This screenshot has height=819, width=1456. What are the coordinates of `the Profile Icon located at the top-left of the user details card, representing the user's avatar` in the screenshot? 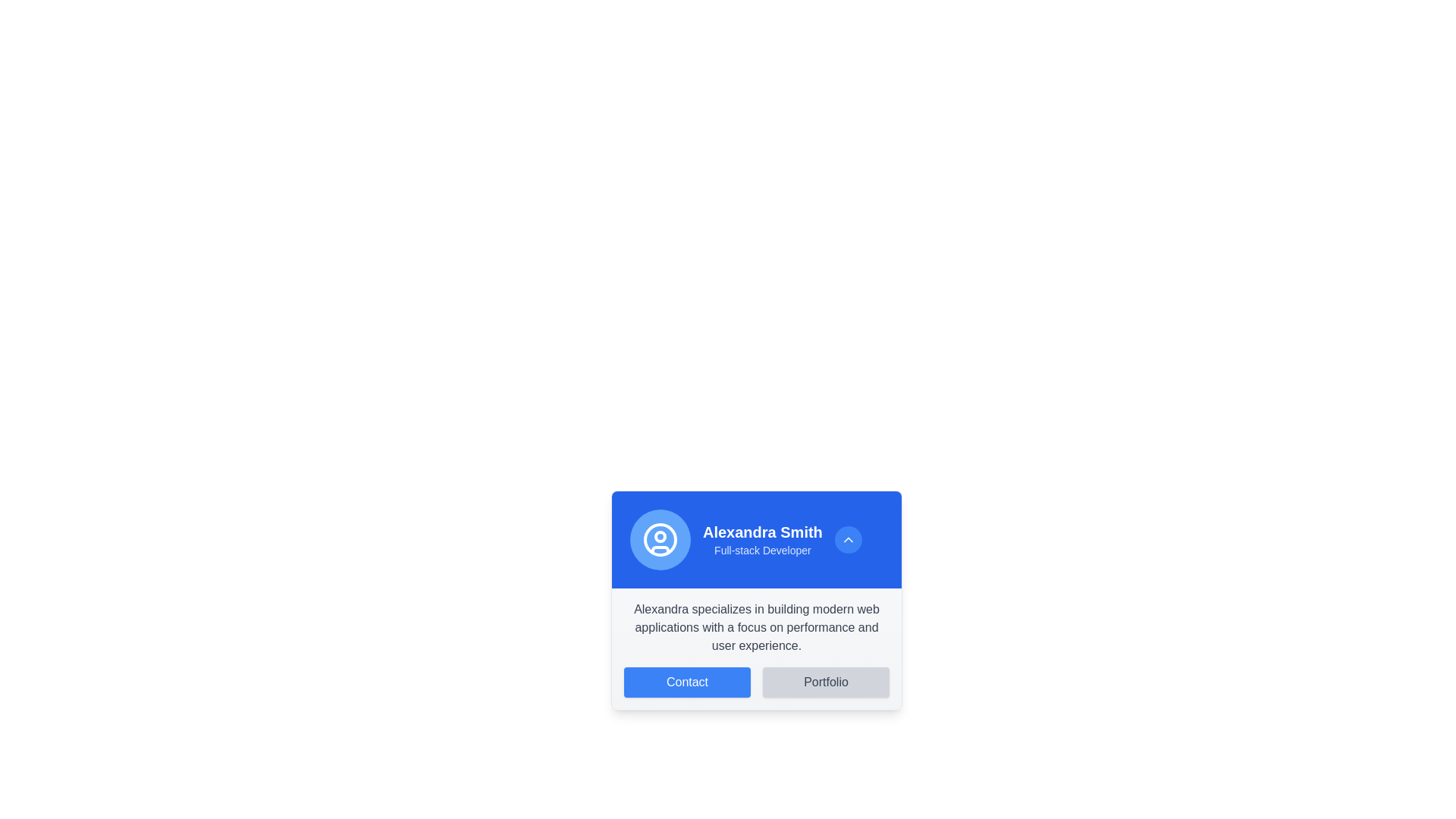 It's located at (660, 539).